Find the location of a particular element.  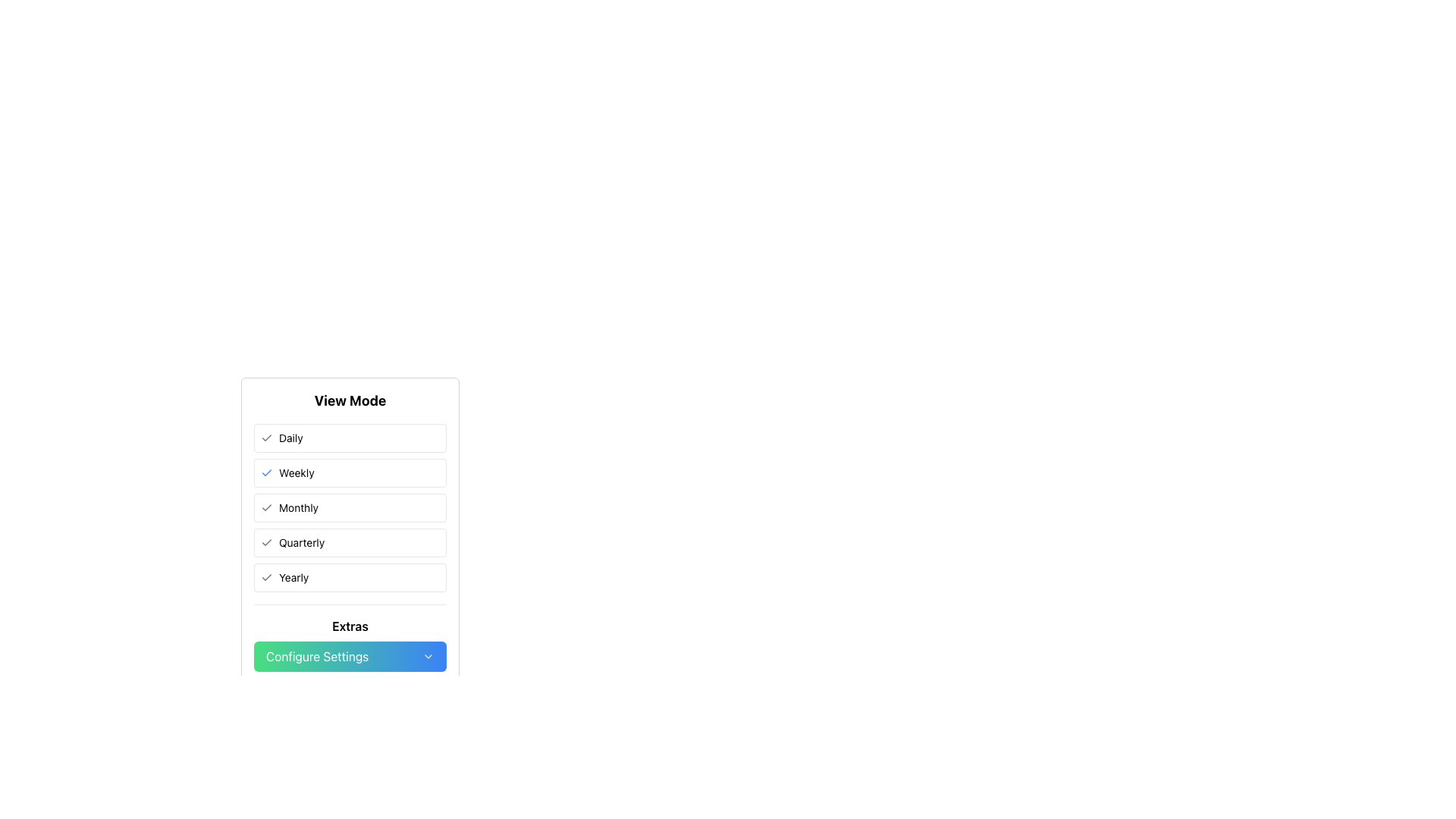

the third option labeled 'Monthly' in the vertical list of options under the 'View Mode' section is located at coordinates (349, 508).